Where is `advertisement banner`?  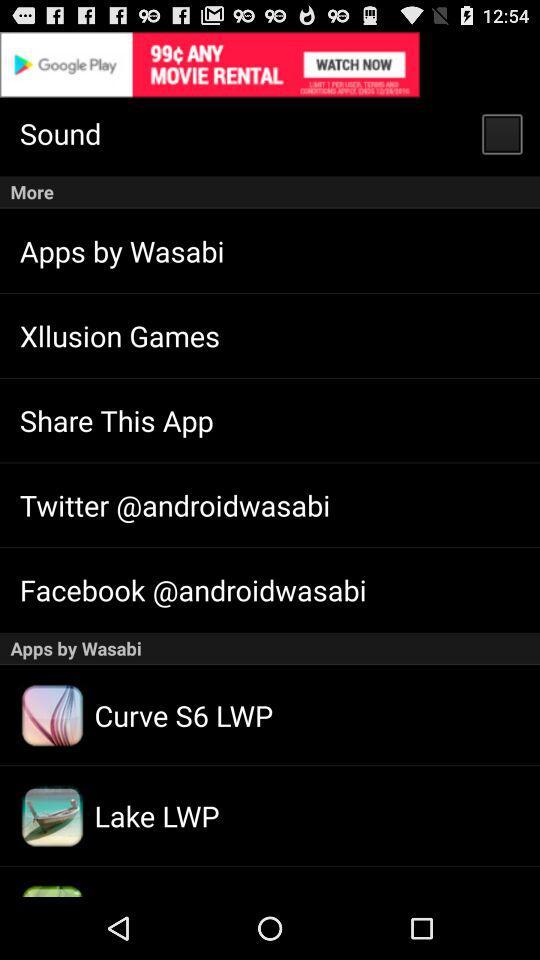 advertisement banner is located at coordinates (270, 64).